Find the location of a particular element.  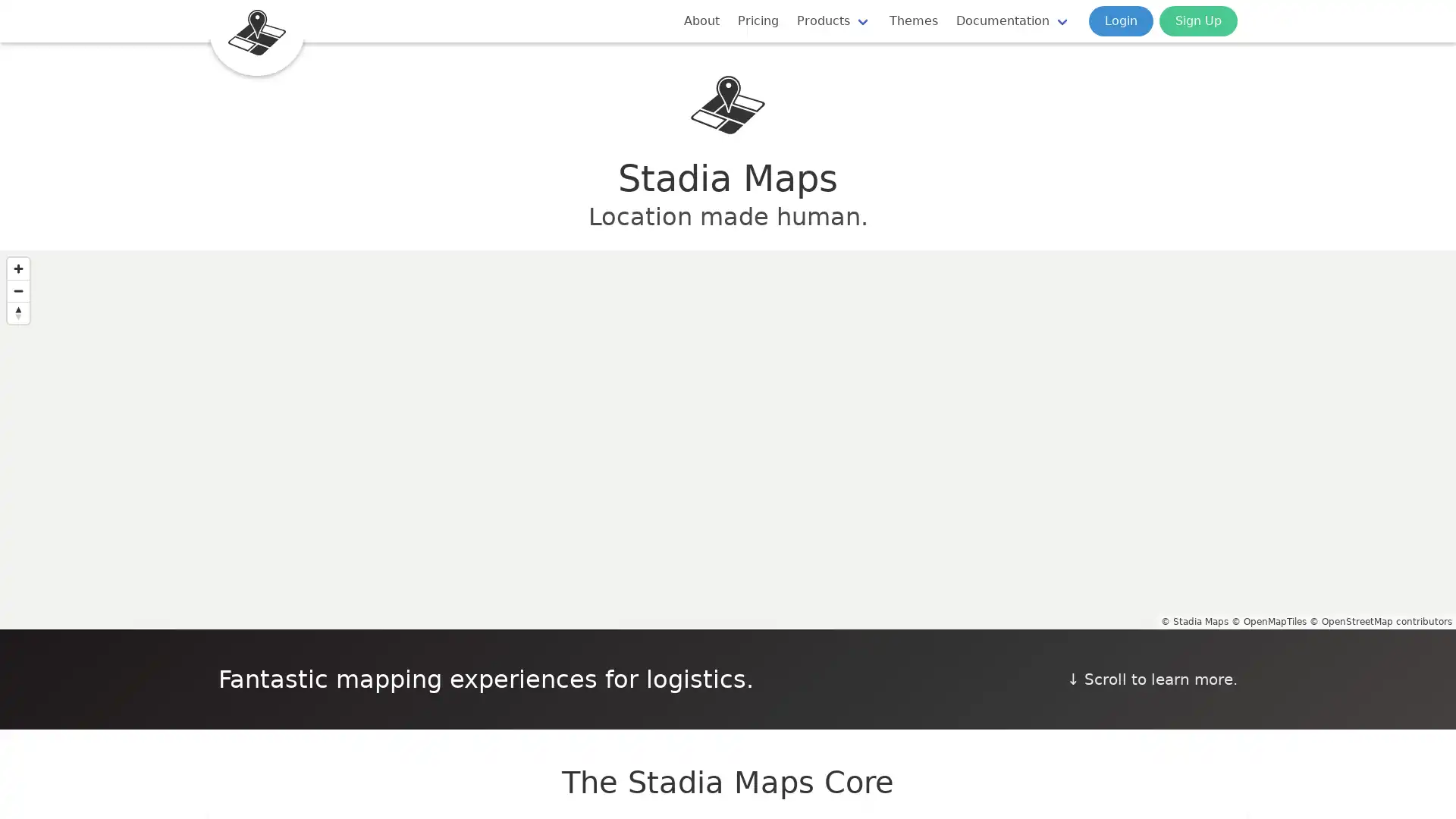

Zoom out is located at coordinates (18, 290).